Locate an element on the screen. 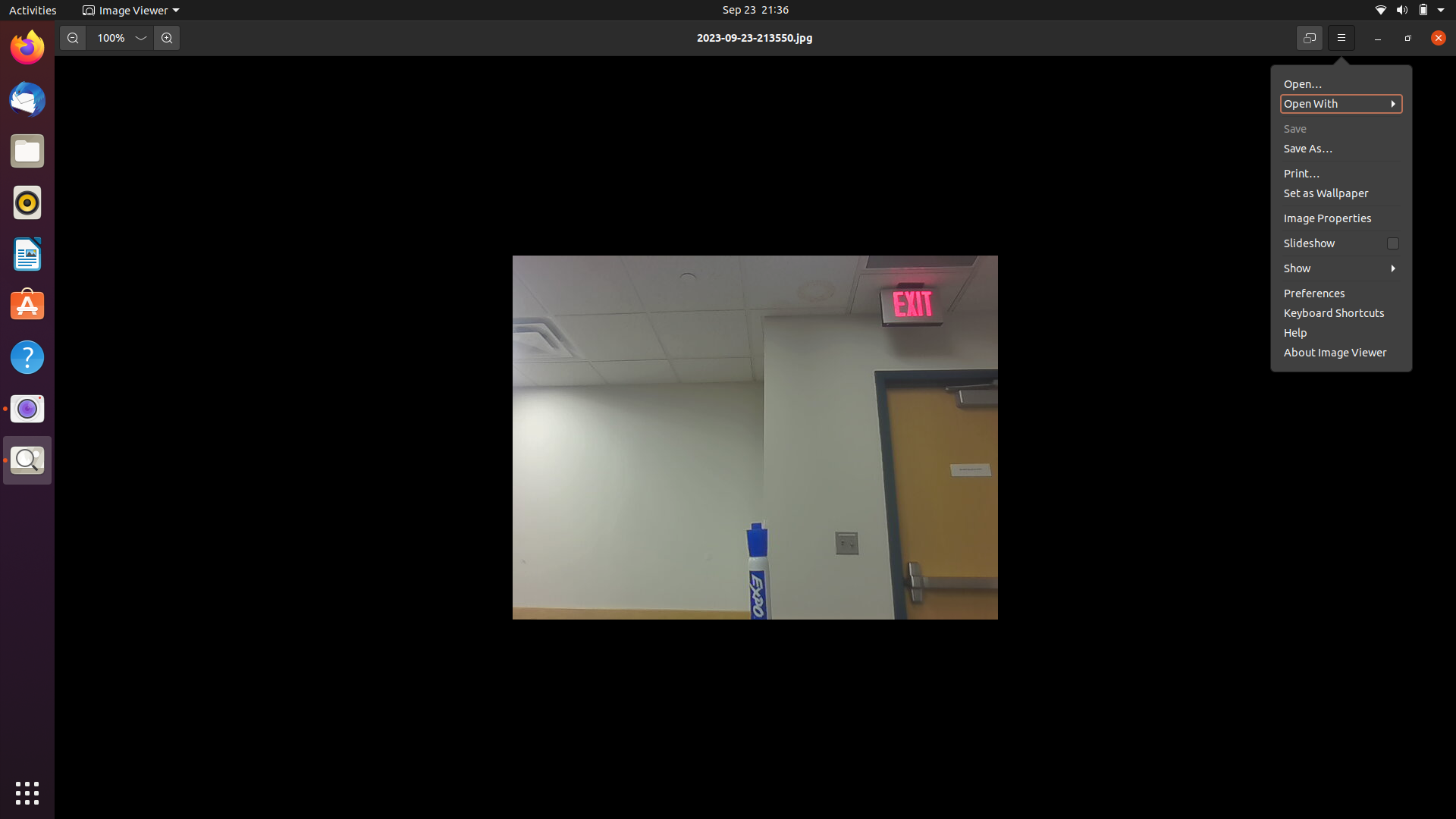 The width and height of the screenshot is (1456, 819). the about page for the image viewer is located at coordinates (1335, 291).